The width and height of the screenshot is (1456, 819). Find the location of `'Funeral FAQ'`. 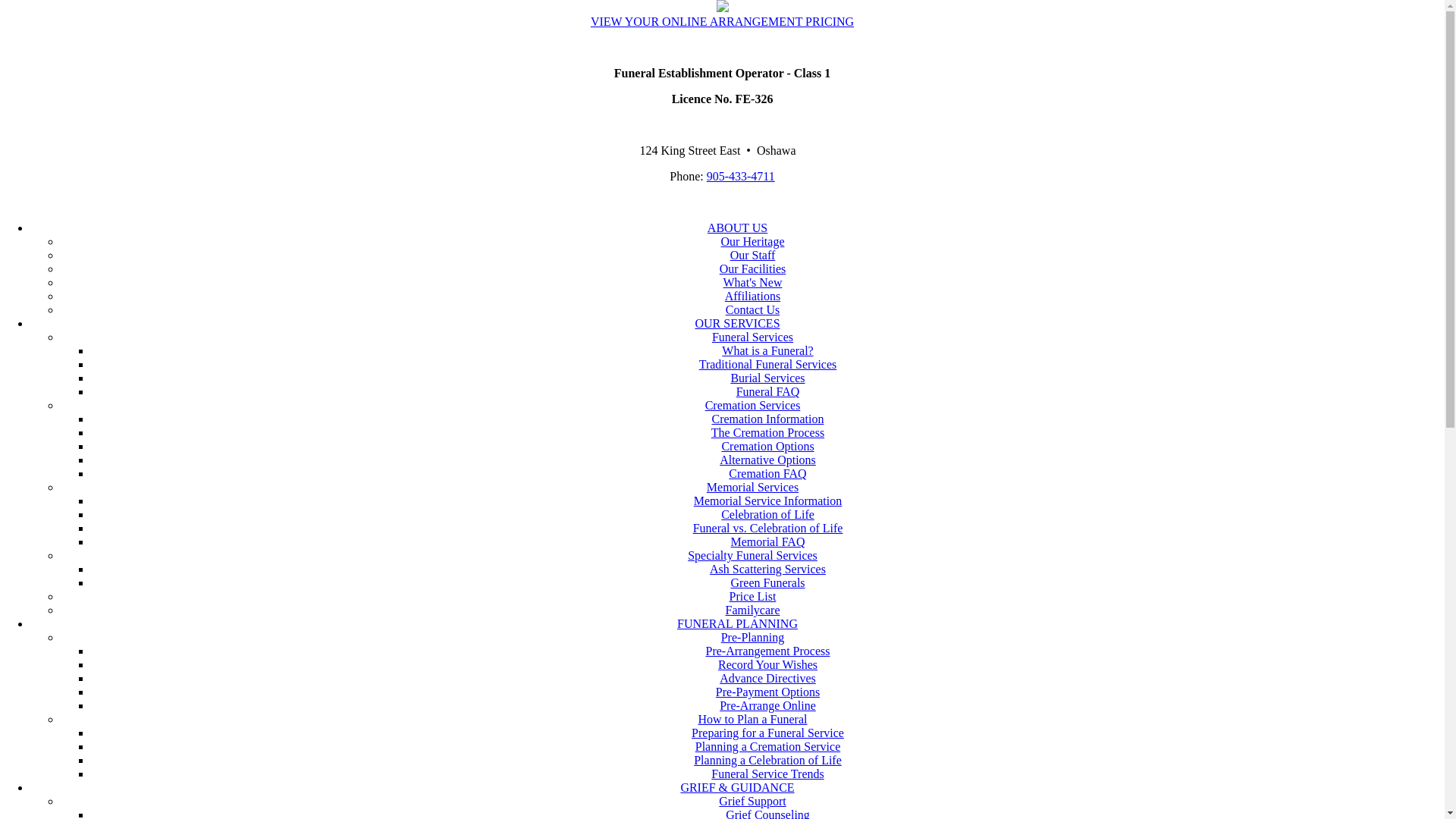

'Funeral FAQ' is located at coordinates (767, 391).